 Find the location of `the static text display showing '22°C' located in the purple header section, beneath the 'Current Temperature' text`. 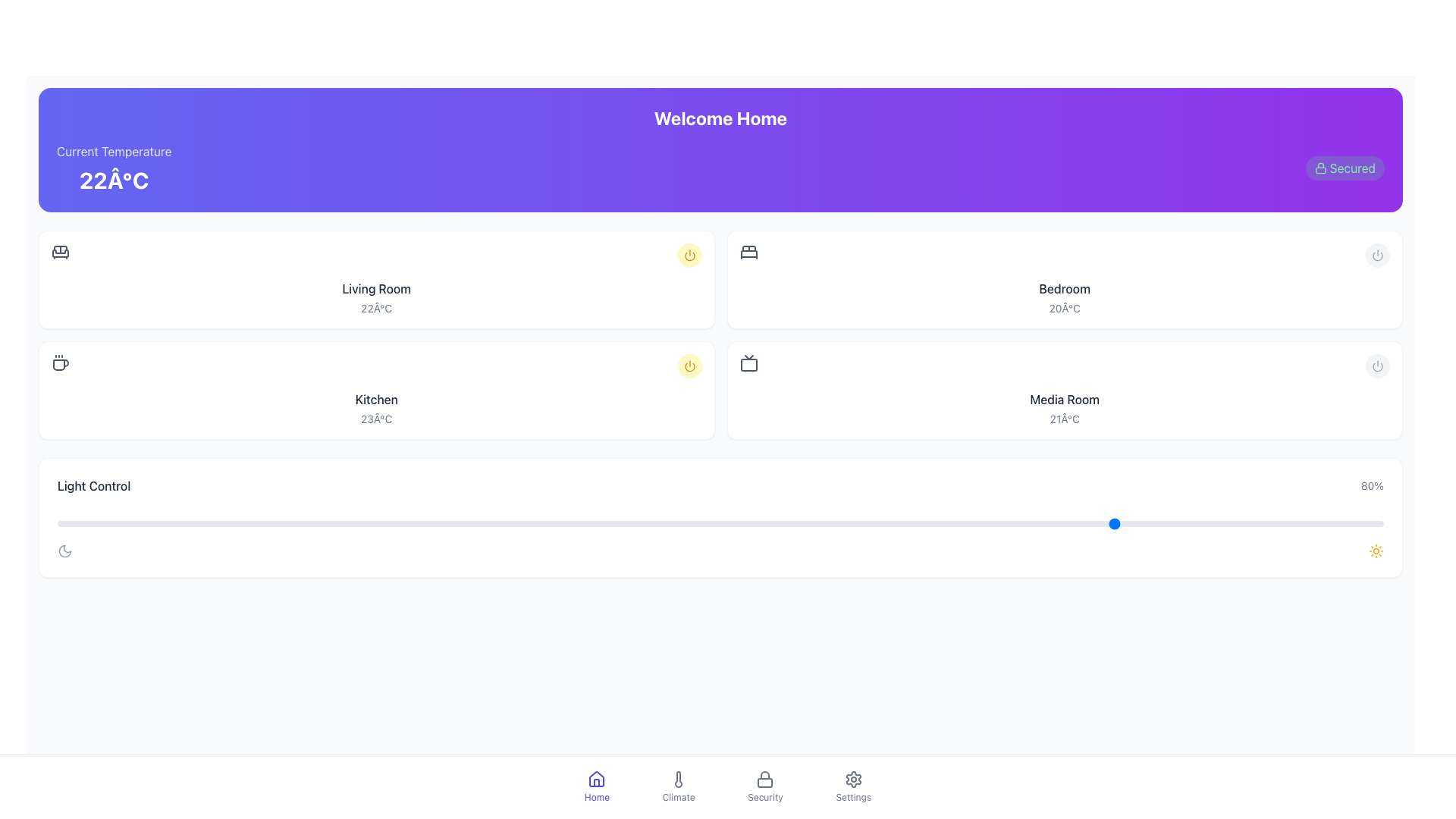

the static text display showing '22°C' located in the purple header section, beneath the 'Current Temperature' text is located at coordinates (113, 180).